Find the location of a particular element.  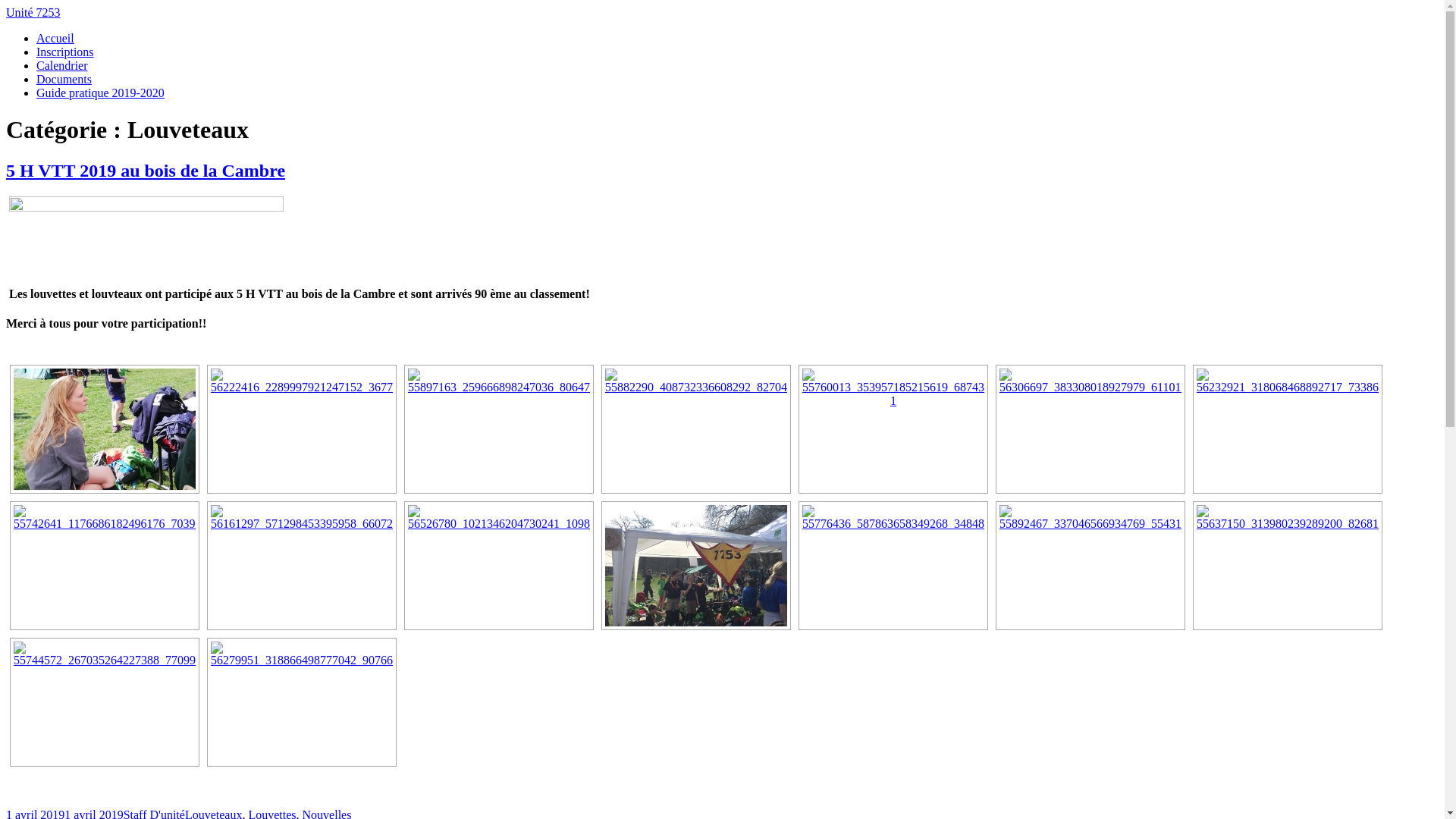

'56279951_318866498777042_9076661039264694272_n' is located at coordinates (302, 701).